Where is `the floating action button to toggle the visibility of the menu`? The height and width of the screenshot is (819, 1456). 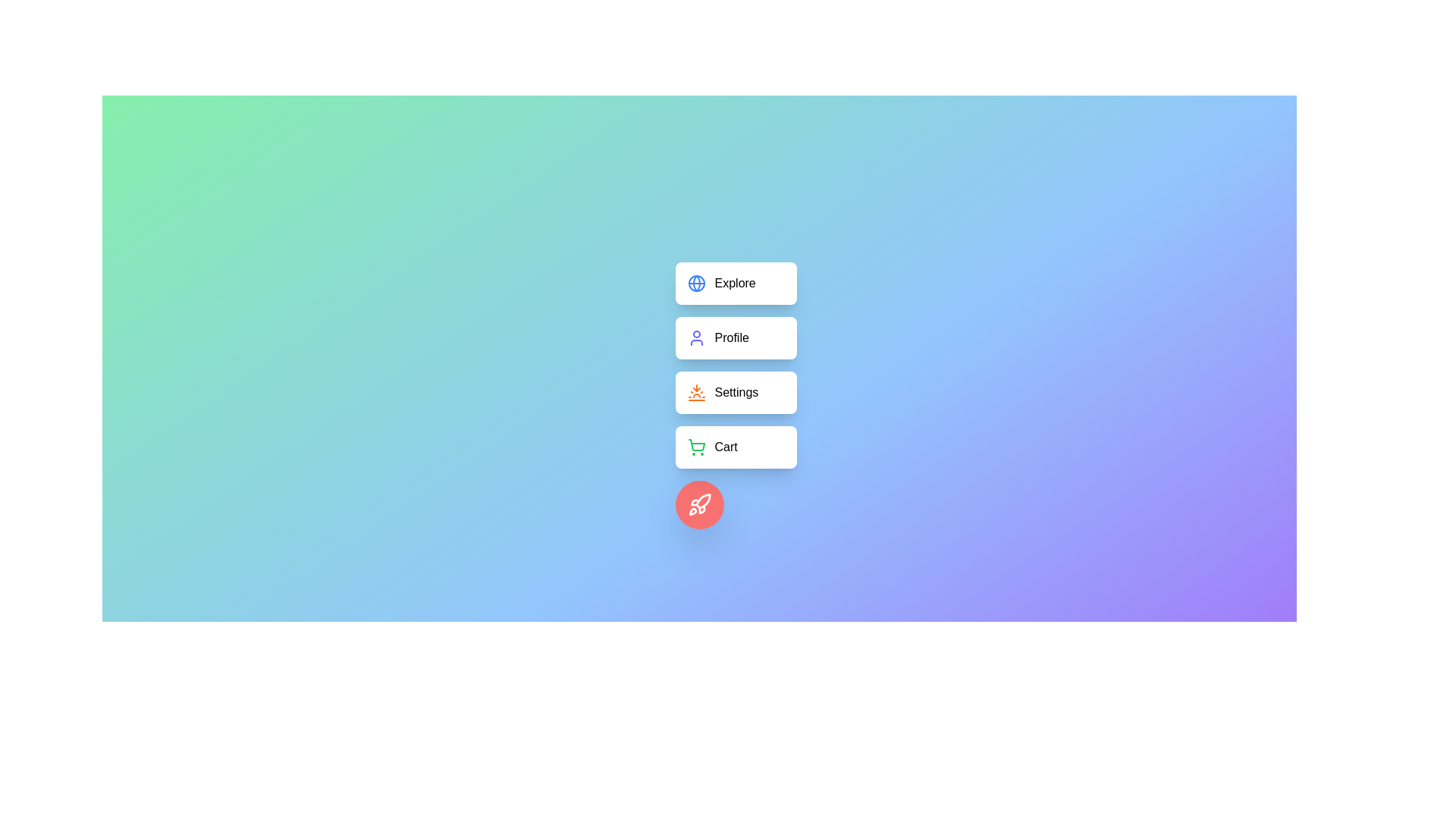
the floating action button to toggle the visibility of the menu is located at coordinates (698, 505).